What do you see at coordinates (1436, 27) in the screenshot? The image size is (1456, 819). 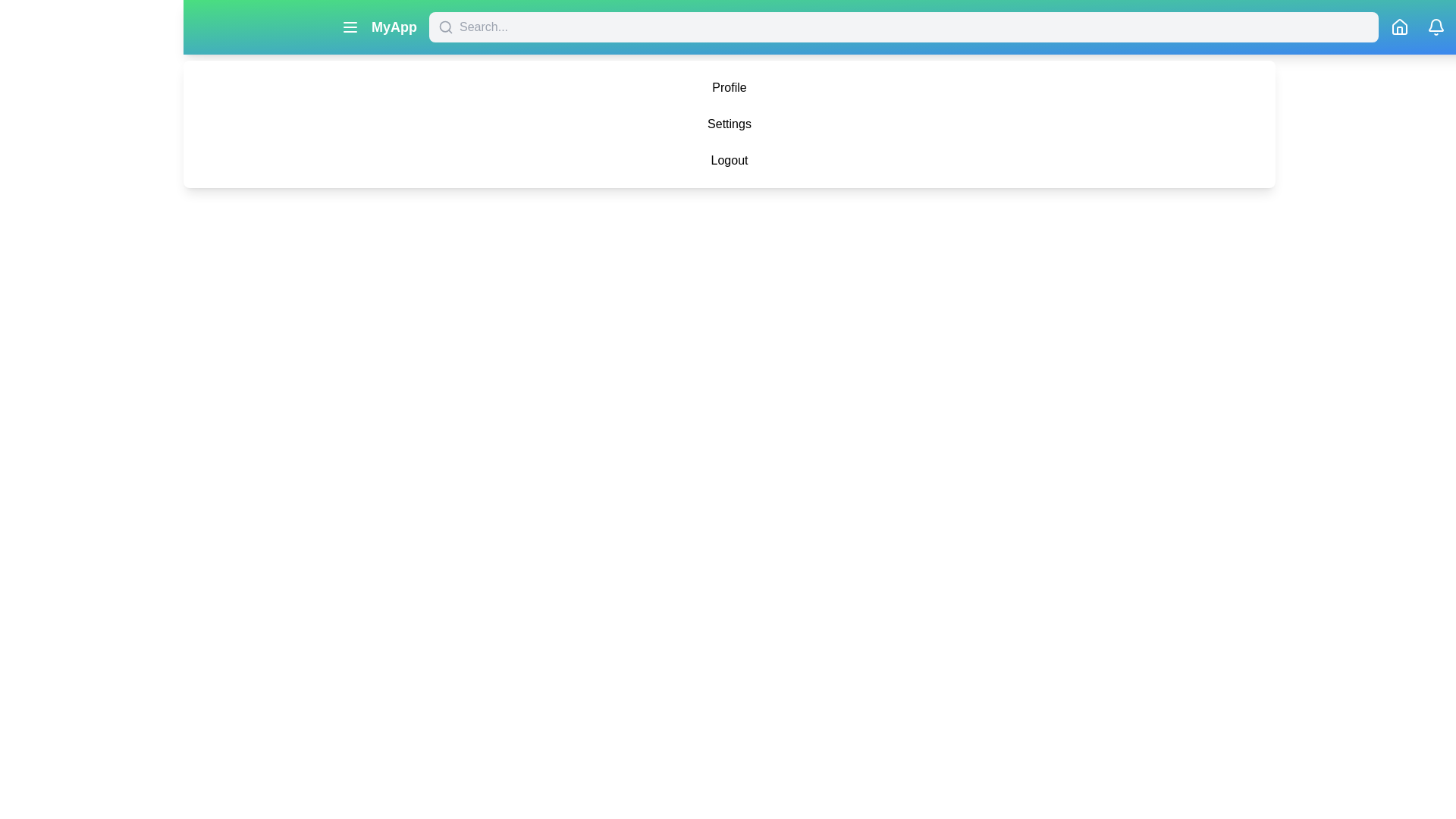 I see `the notification bell icon located at the top-right corner of the navigation header` at bounding box center [1436, 27].